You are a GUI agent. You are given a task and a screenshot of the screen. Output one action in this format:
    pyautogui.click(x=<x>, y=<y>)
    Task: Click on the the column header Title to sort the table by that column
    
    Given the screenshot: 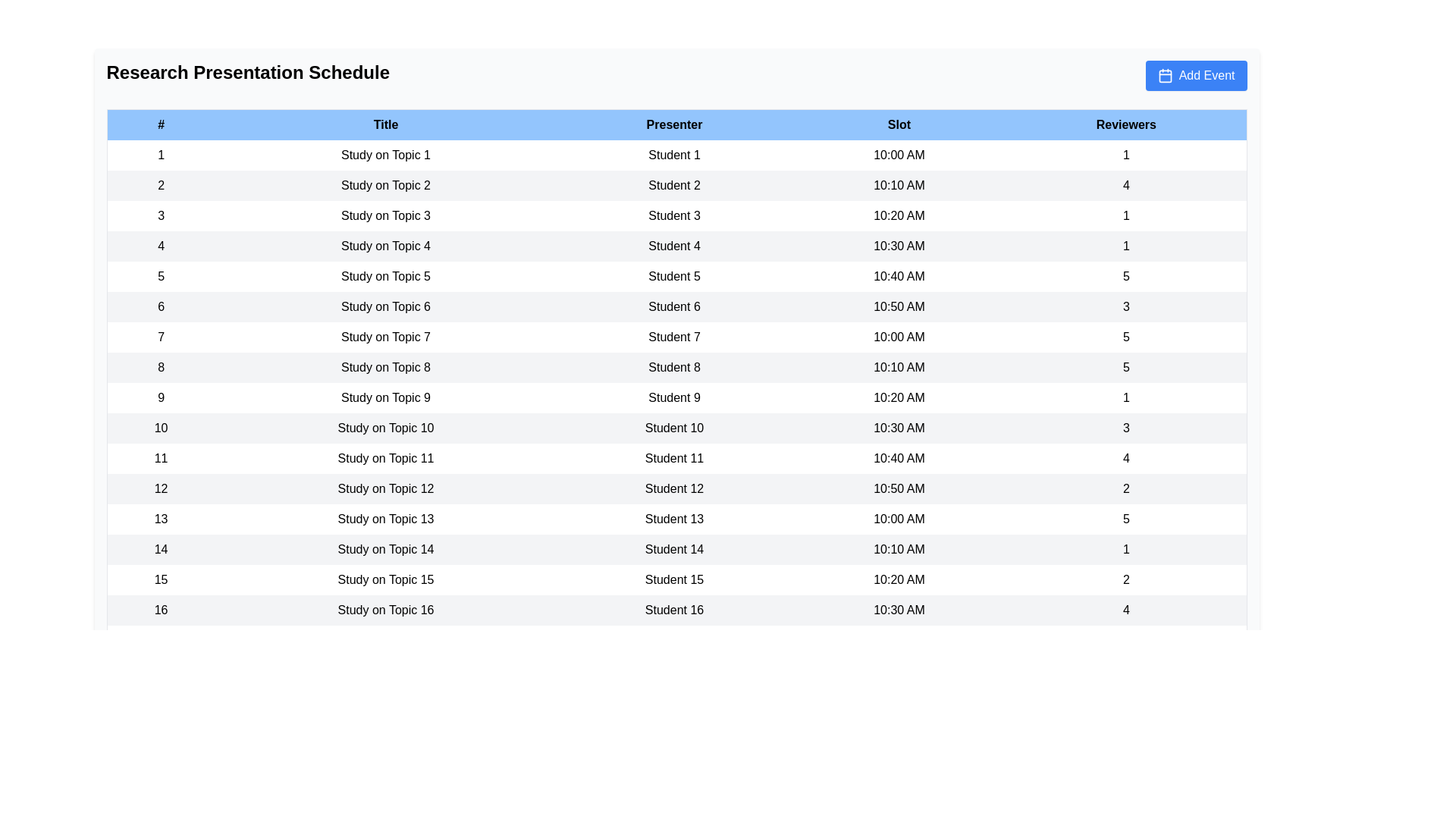 What is the action you would take?
    pyautogui.click(x=385, y=124)
    